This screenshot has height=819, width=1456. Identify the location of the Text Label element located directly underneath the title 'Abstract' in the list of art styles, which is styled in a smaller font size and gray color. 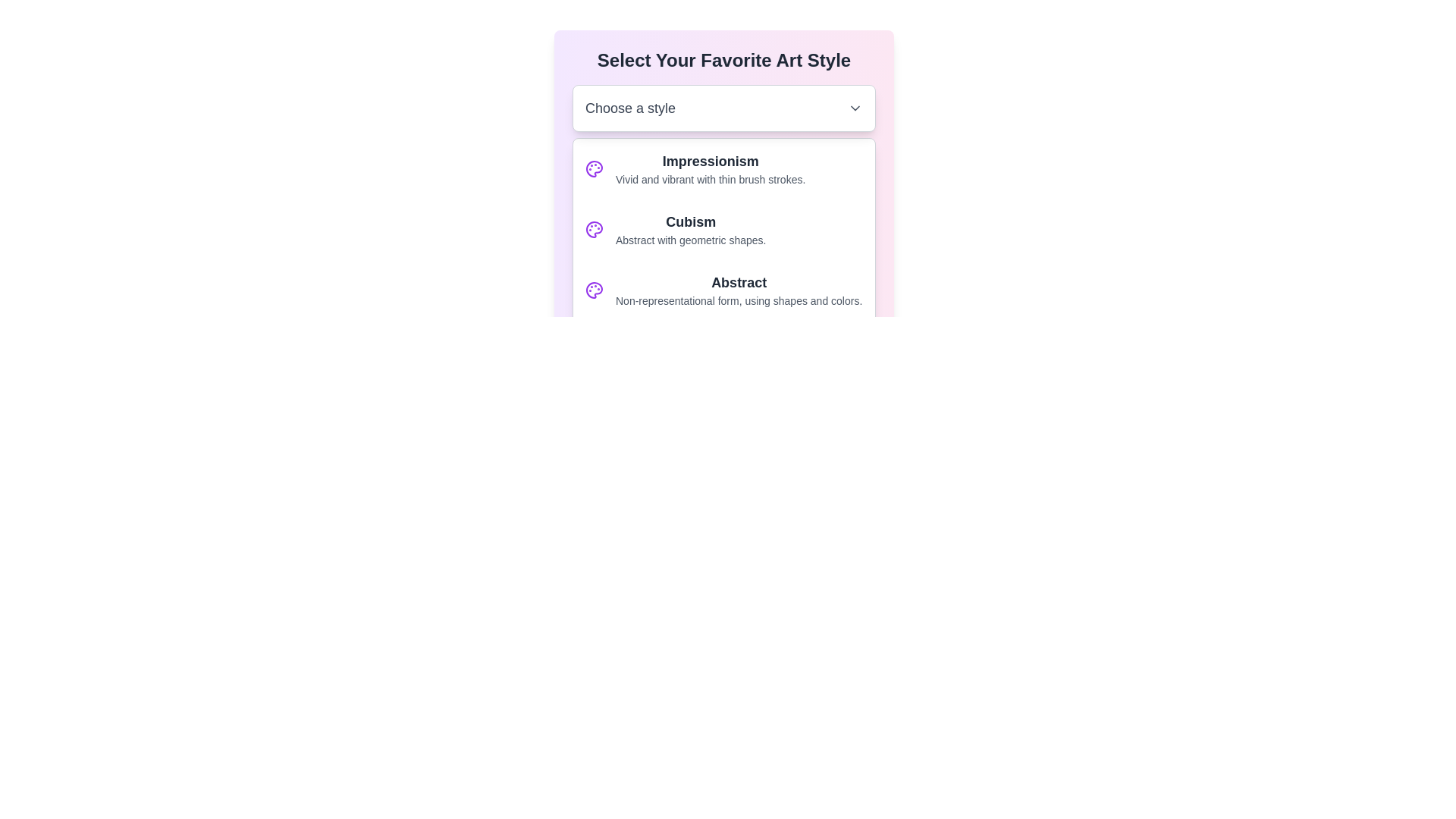
(739, 301).